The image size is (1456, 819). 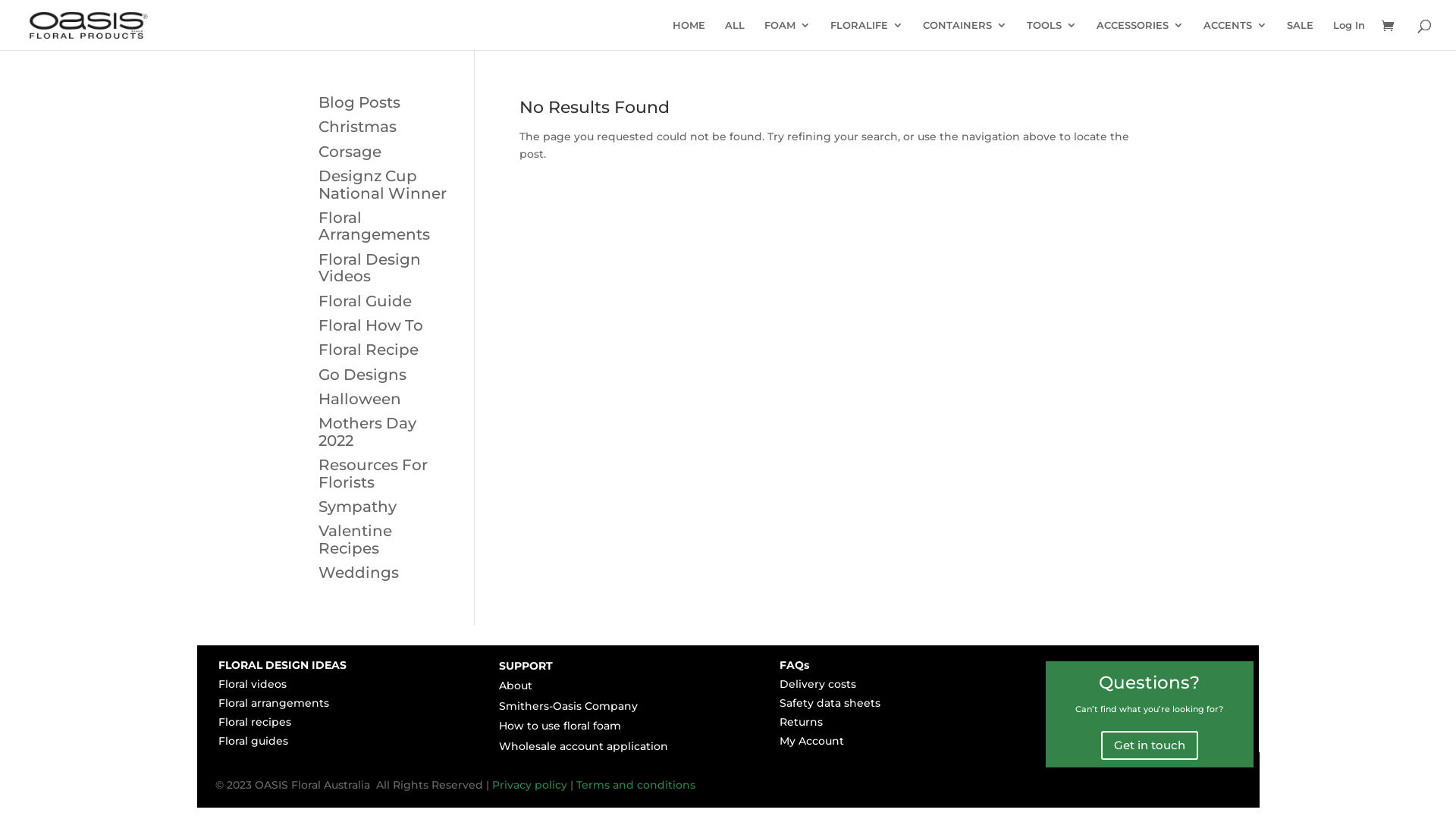 What do you see at coordinates (672, 34) in the screenshot?
I see `'HOME'` at bounding box center [672, 34].